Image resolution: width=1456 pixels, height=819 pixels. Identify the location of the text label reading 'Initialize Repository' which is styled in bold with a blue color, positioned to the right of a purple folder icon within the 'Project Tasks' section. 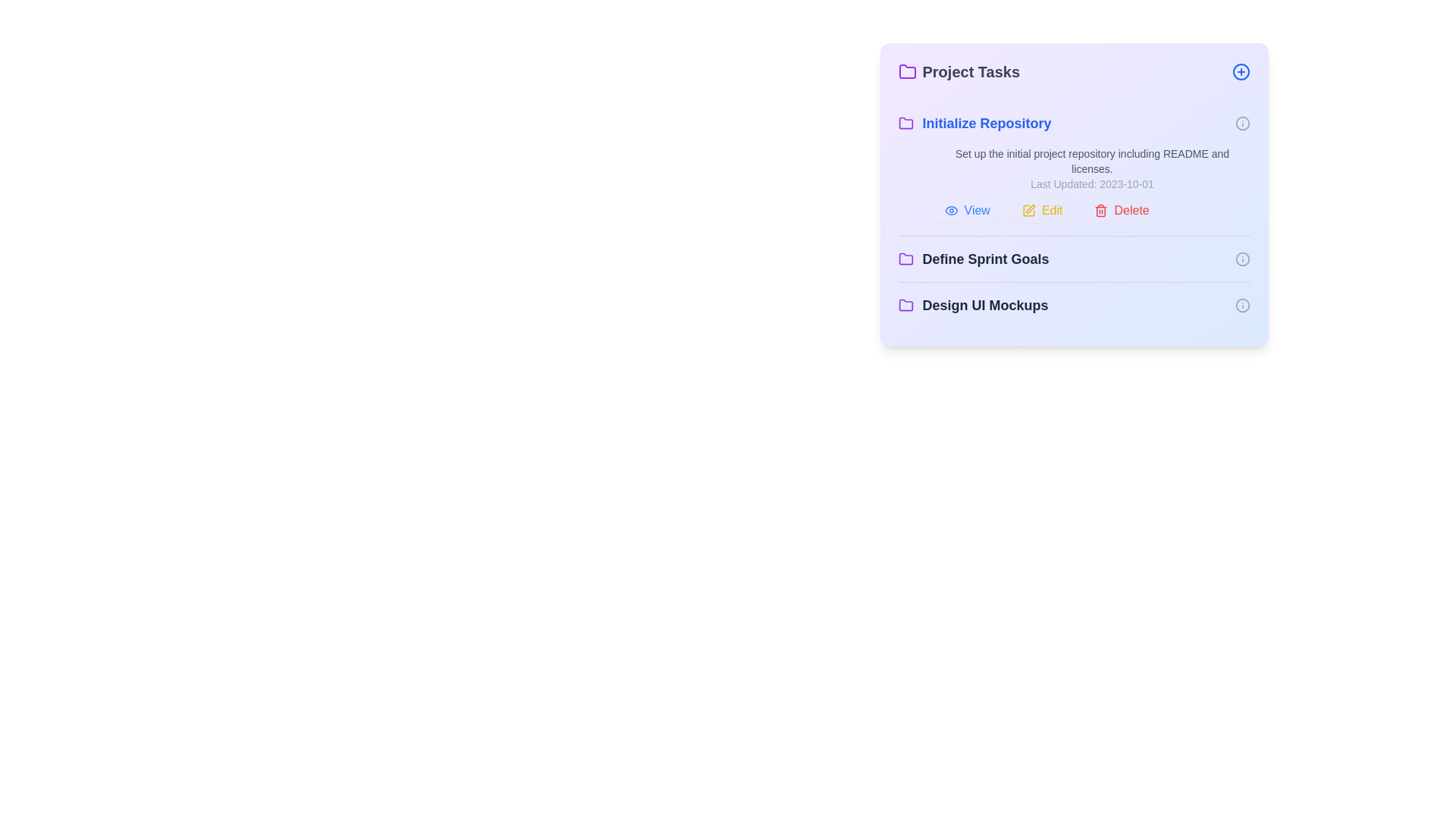
(987, 122).